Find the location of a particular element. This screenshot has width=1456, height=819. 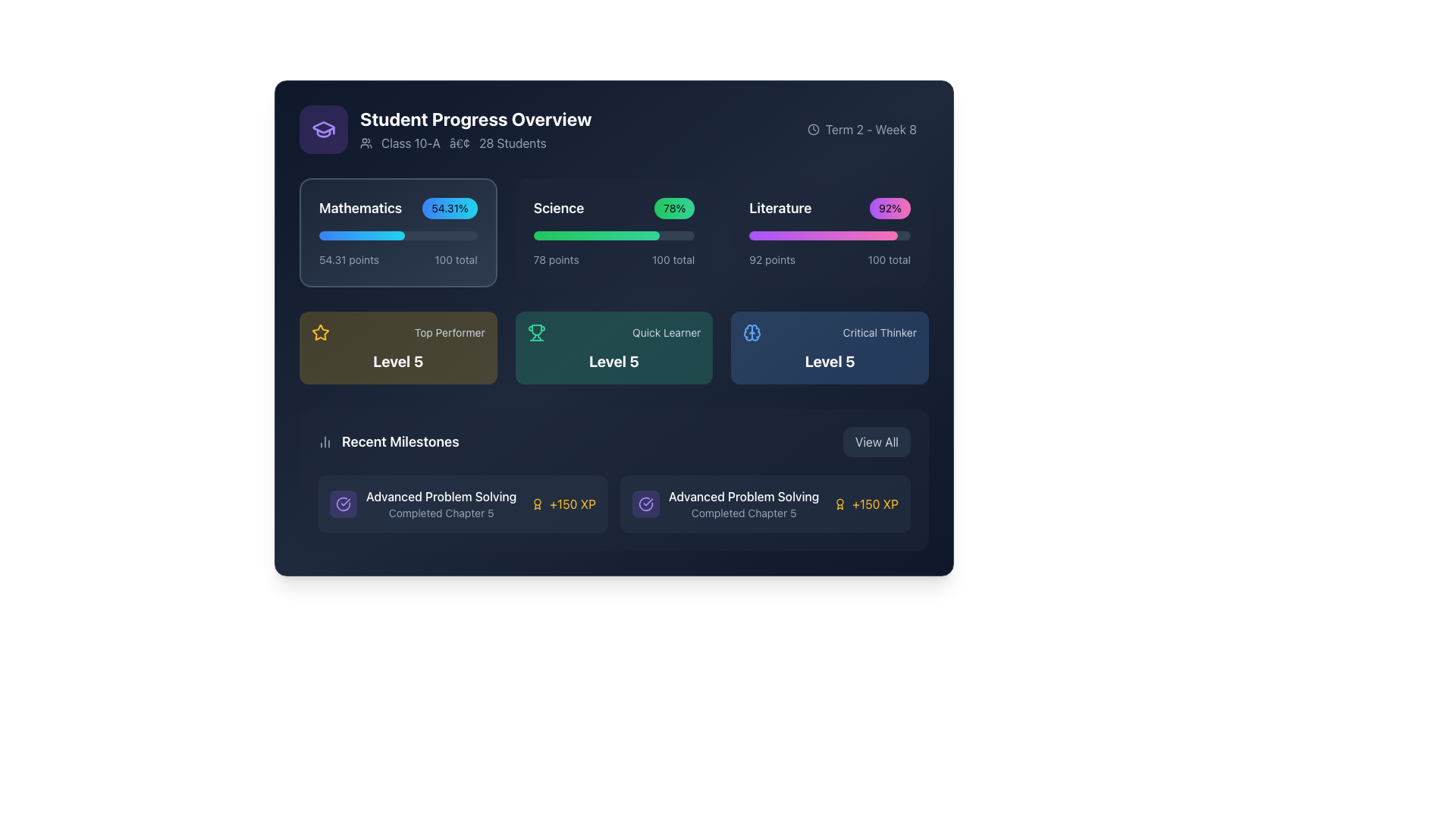

the static label displaying the total achievable points or score for the Science category, located next to '78 points' in the progress tracking interface is located at coordinates (673, 259).